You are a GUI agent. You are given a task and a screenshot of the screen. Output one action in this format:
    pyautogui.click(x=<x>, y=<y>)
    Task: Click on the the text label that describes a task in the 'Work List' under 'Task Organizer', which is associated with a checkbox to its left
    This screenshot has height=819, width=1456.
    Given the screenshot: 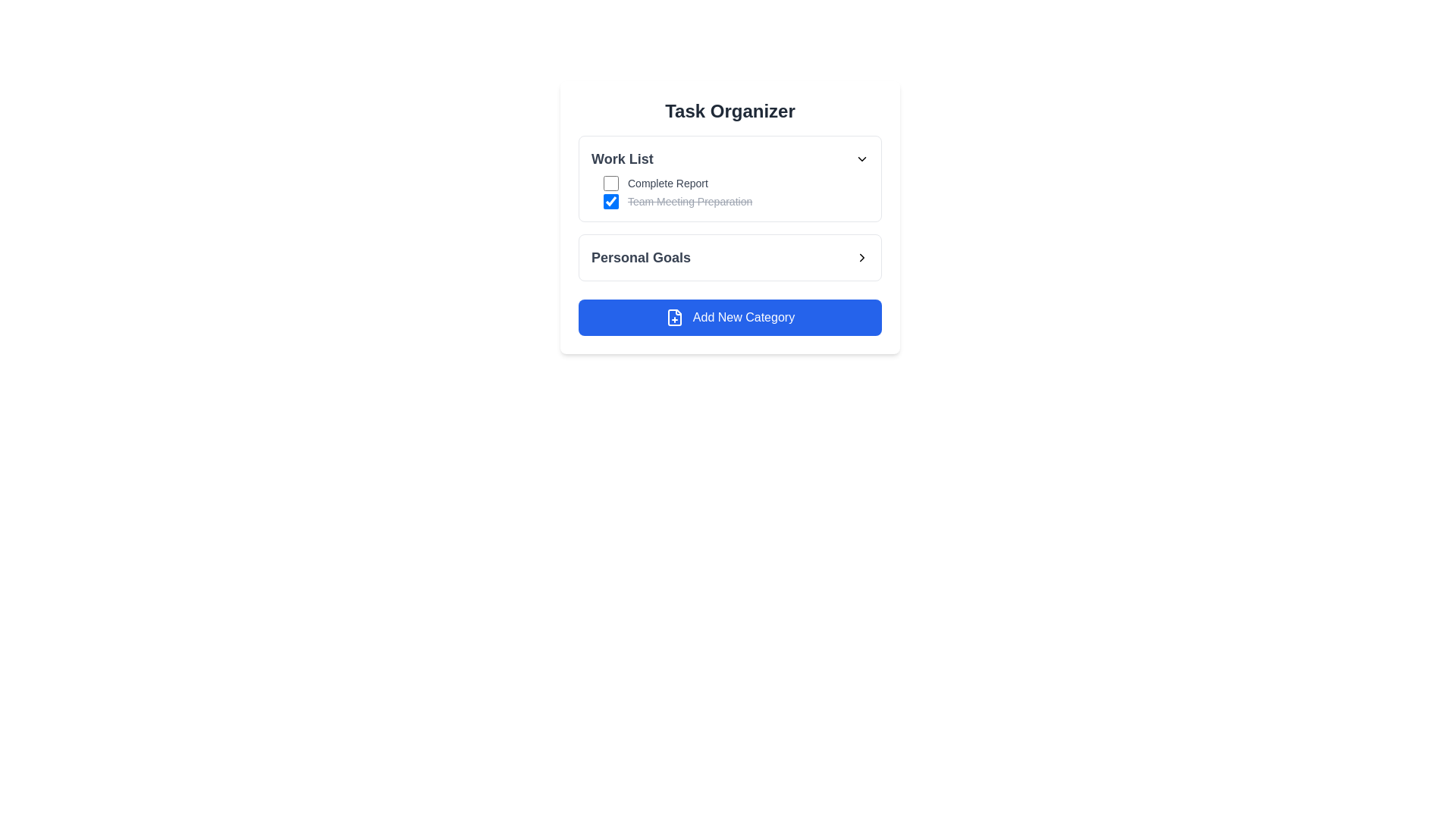 What is the action you would take?
    pyautogui.click(x=667, y=183)
    